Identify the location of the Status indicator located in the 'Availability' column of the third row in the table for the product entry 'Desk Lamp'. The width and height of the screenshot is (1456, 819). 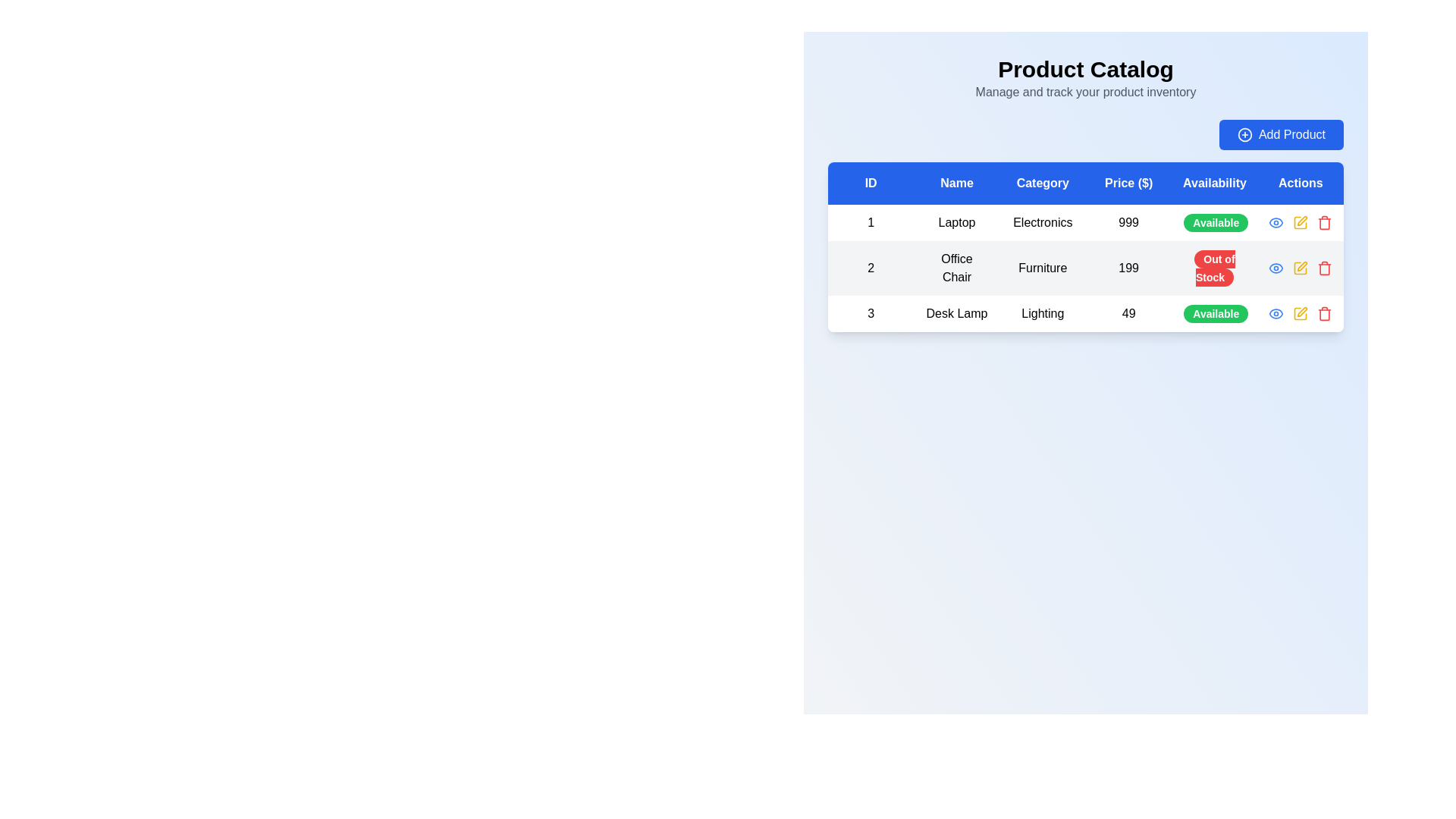
(1215, 312).